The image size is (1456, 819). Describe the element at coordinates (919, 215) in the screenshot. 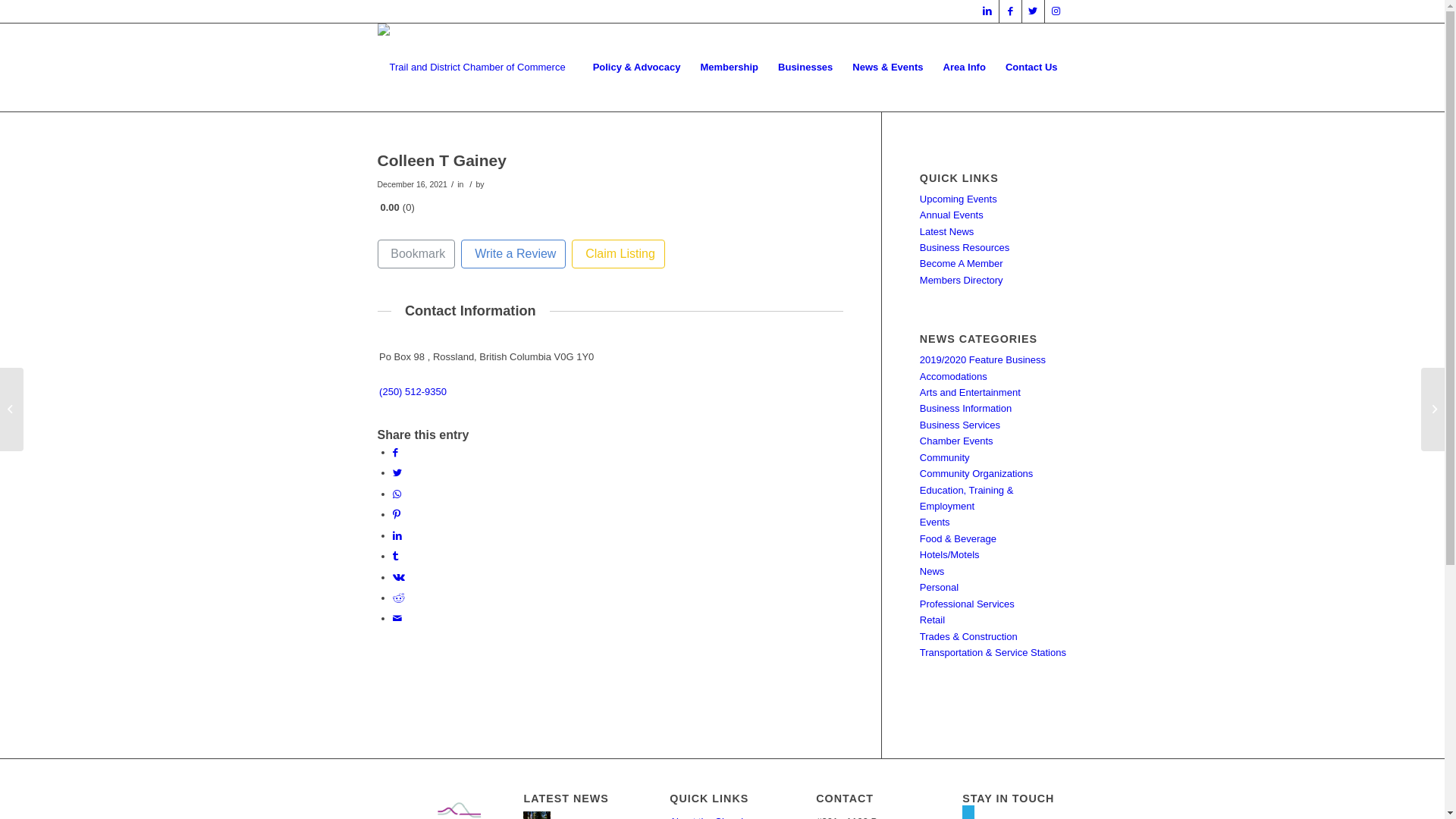

I see `'Annual Events'` at that location.